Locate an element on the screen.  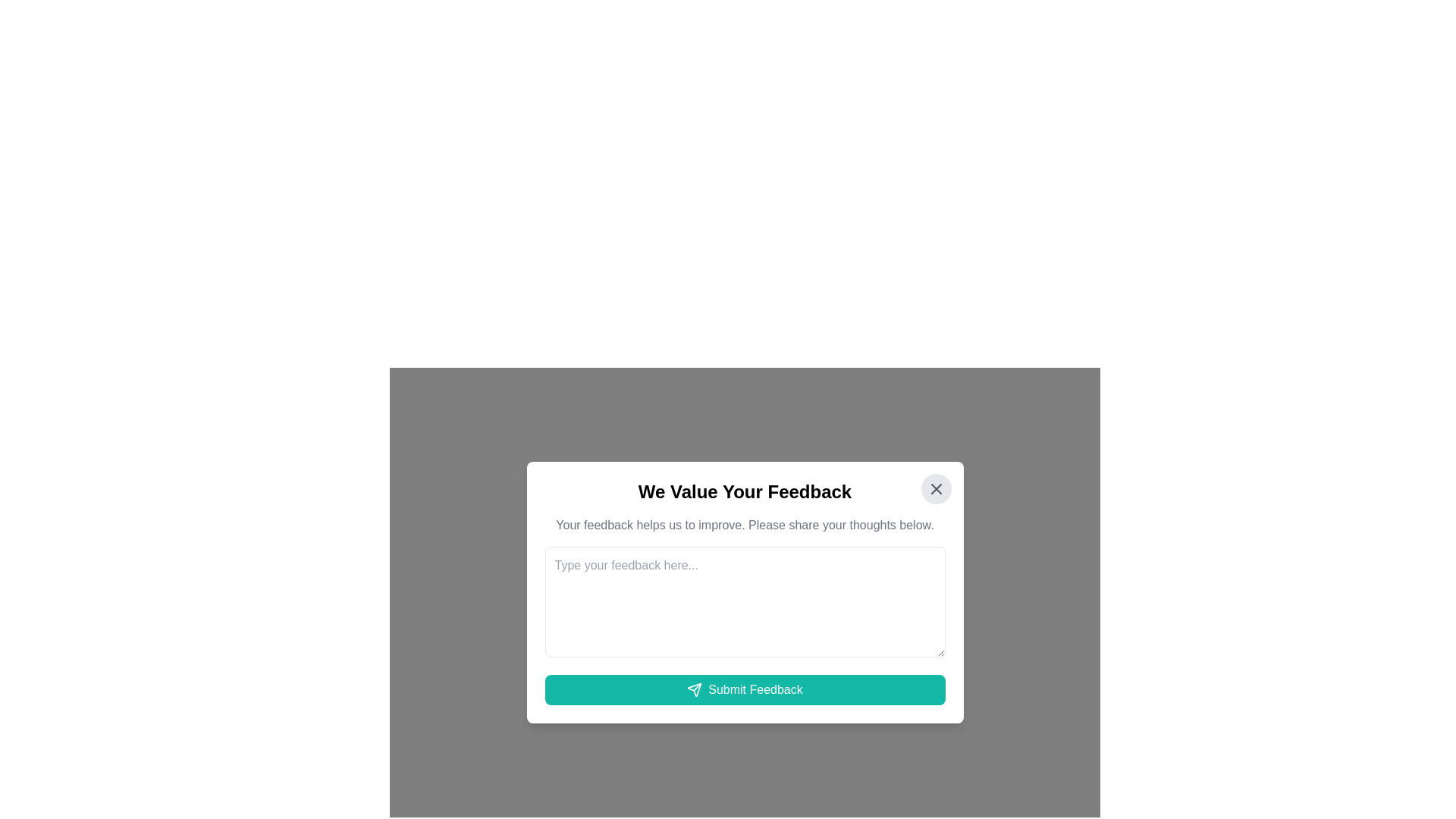
the header that reads 'We Value Your Feedback', which is styled with a larger font size and bold weight, positioned at the top of the dialog box is located at coordinates (745, 491).